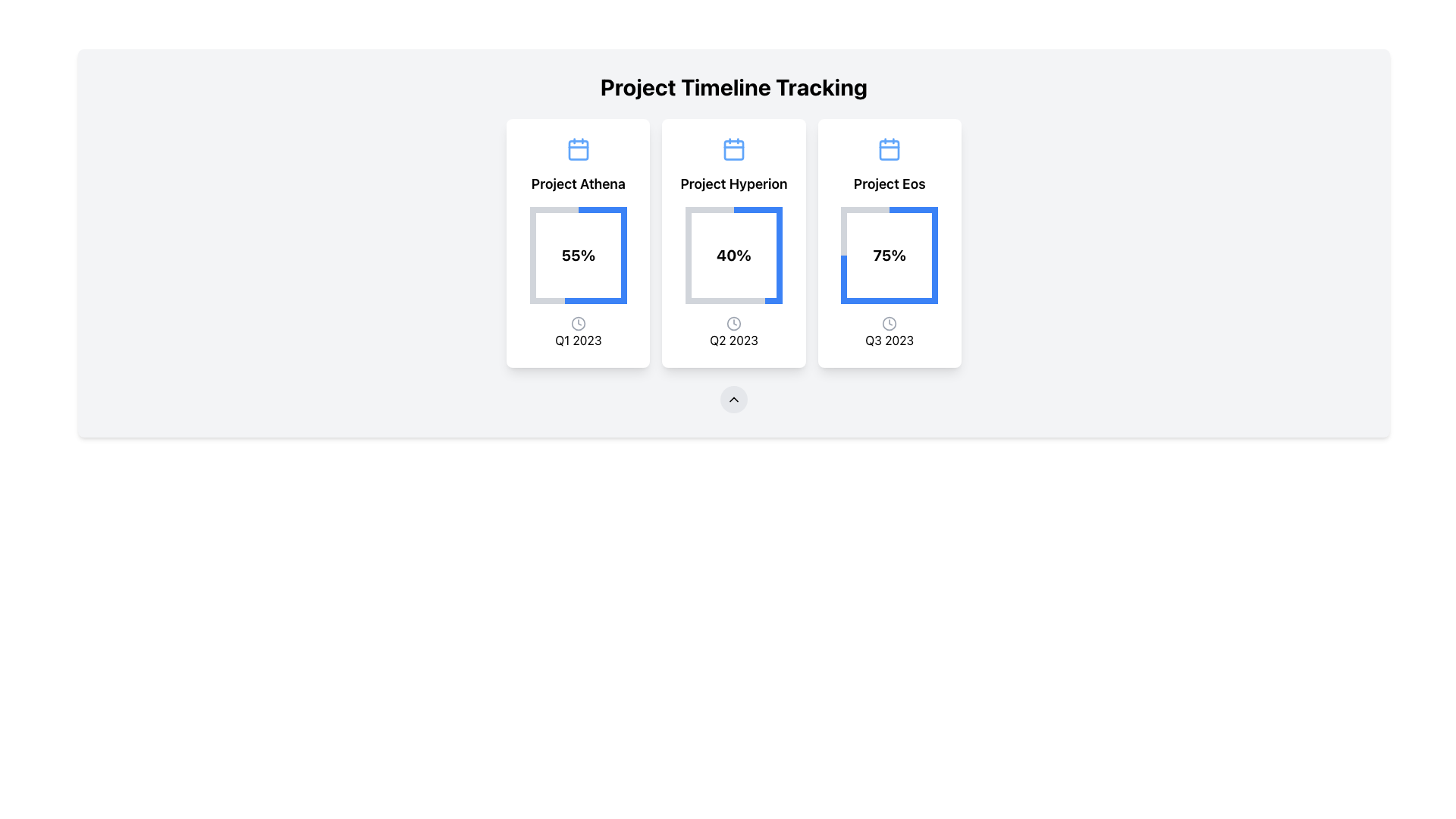  Describe the element at coordinates (577, 254) in the screenshot. I see `the bold '55%' text inside the circular progress indicator in the 'Project Athena' card` at that location.